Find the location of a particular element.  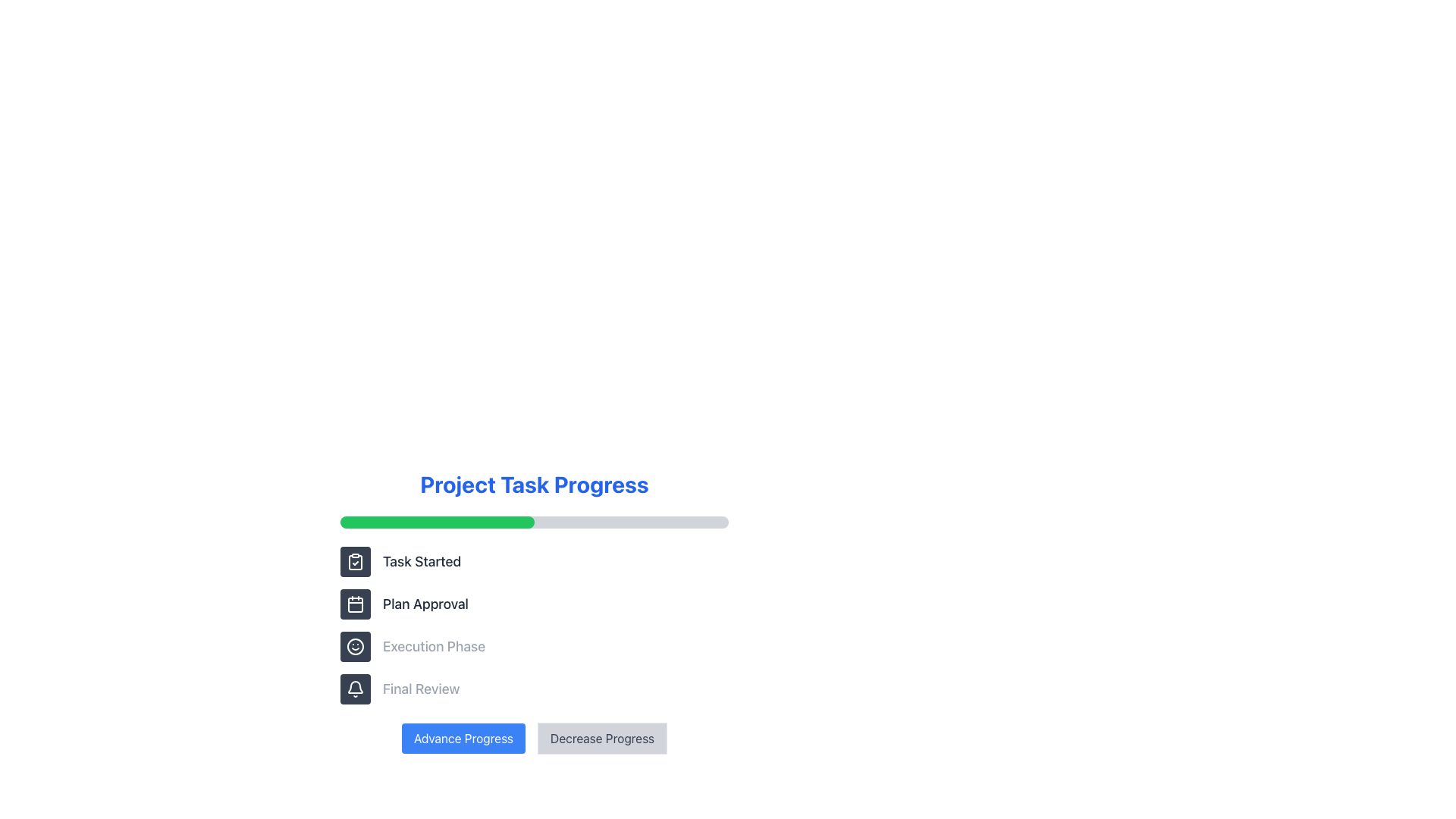

the calendar icon, which is part of the task stages menu adjacent to the 'Plan Approval' label is located at coordinates (355, 604).